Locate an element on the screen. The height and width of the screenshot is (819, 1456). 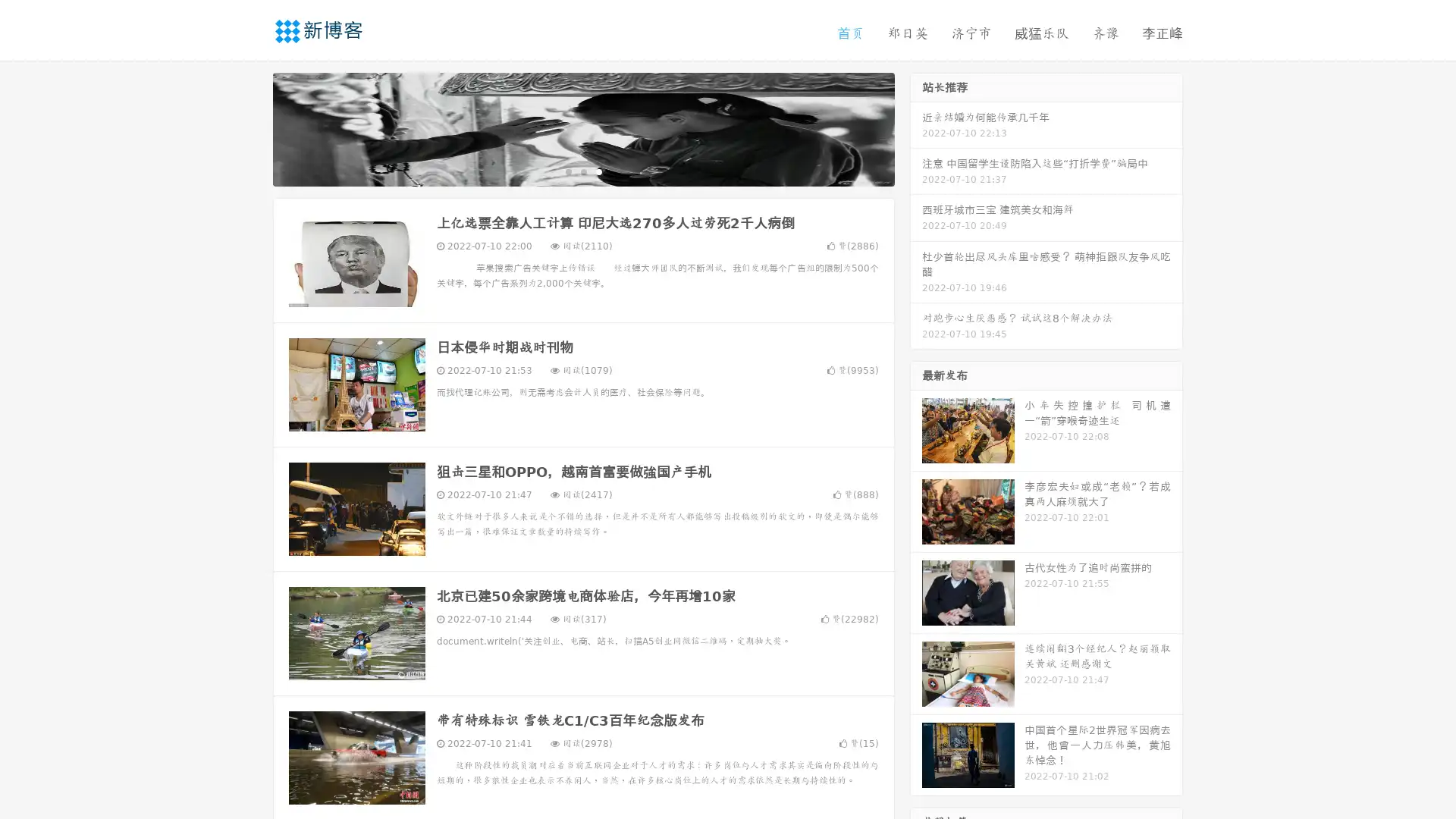
Go to slide 1 is located at coordinates (567, 171).